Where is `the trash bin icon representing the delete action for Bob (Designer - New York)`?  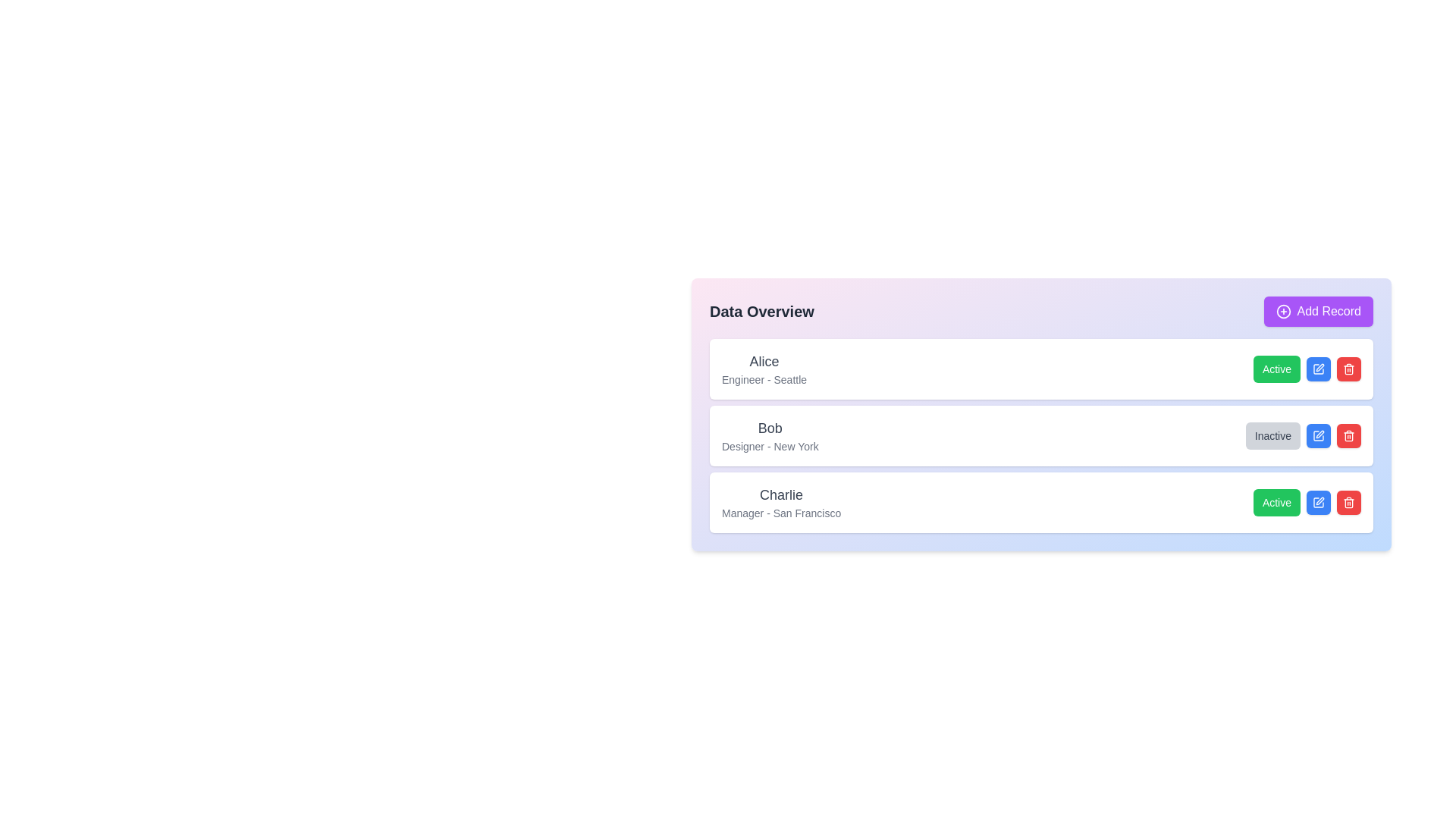 the trash bin icon representing the delete action for Bob (Designer - New York) is located at coordinates (1349, 435).